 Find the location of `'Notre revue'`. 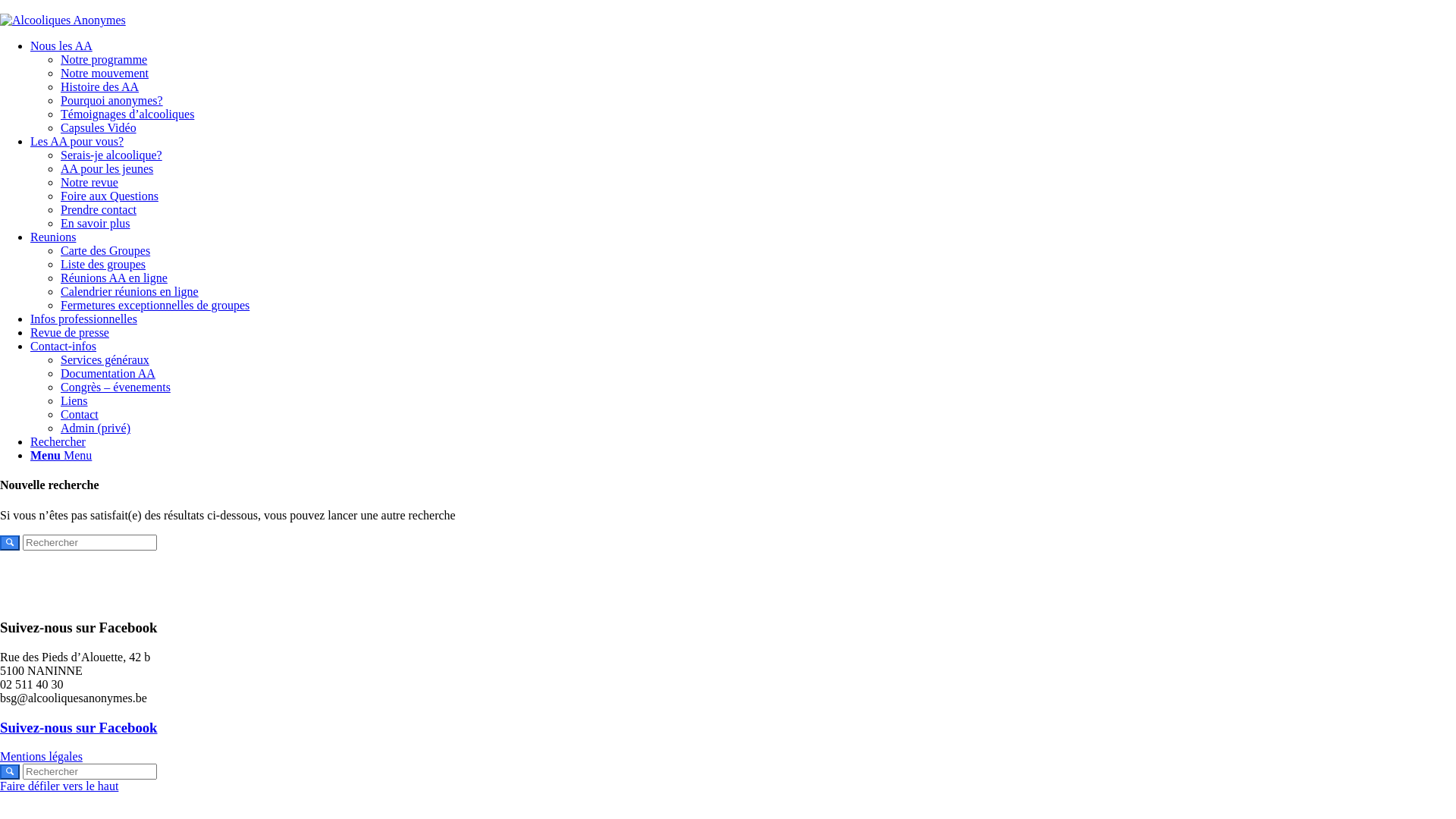

'Notre revue' is located at coordinates (89, 181).